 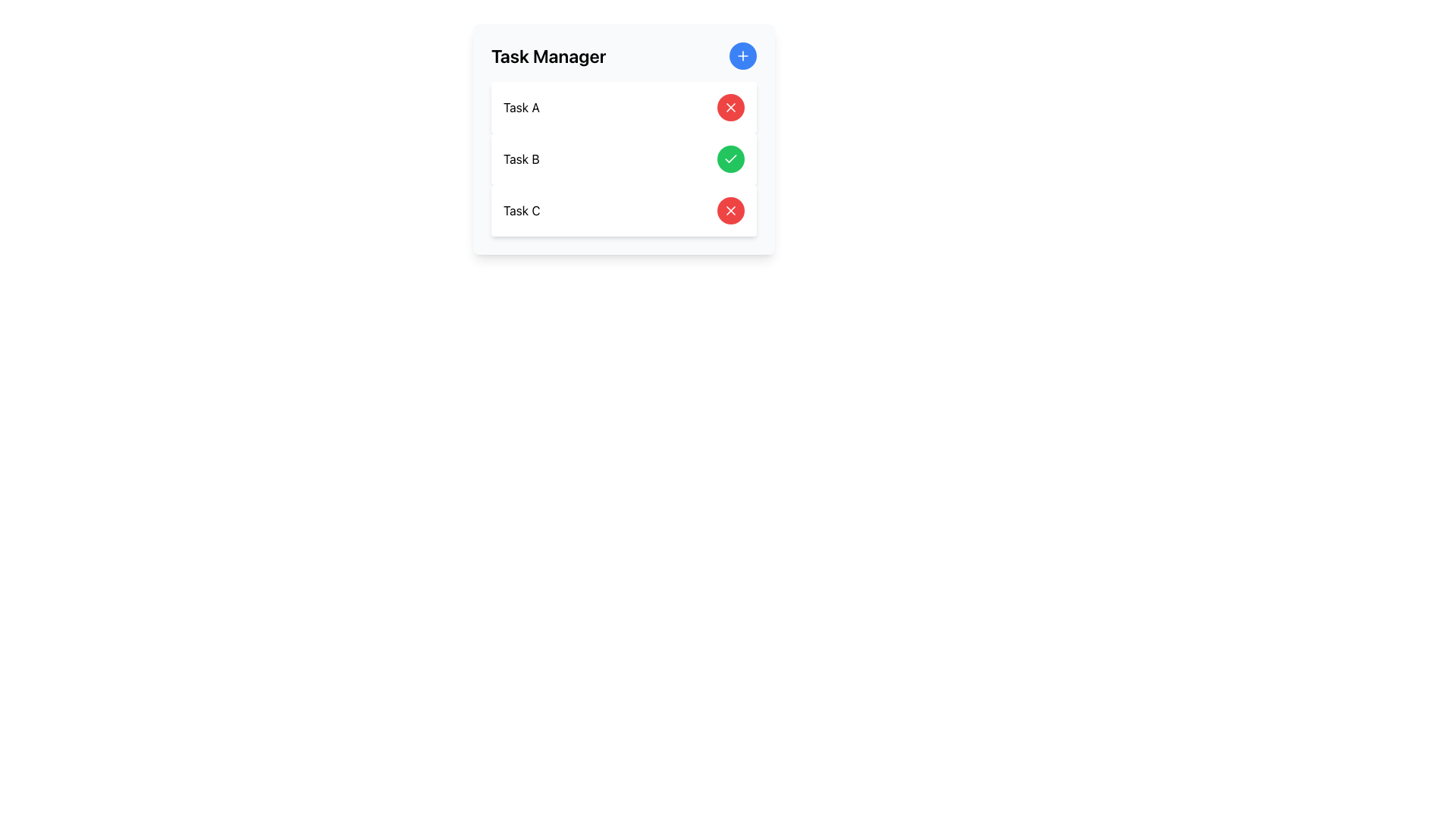 What do you see at coordinates (731, 107) in the screenshot?
I see `the small 'X' button icon with a circular red background associated with 'Task A' in the 'Task Manager' card to potentially see a tooltip or visual effect` at bounding box center [731, 107].